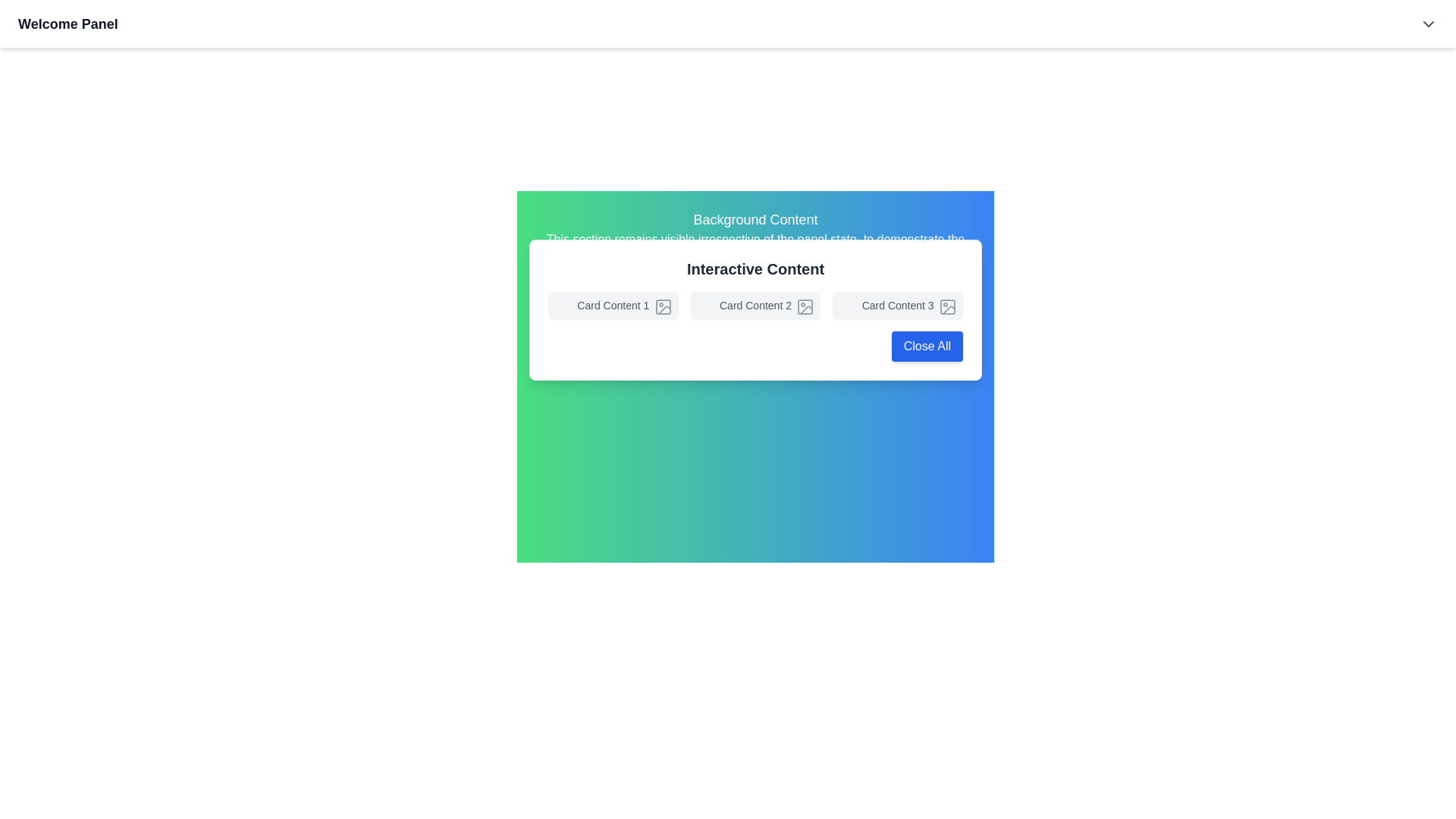 The image size is (1456, 819). Describe the element at coordinates (613, 305) in the screenshot. I see `the first informational card displaying 'Card Content 1' with a light gray background and a picture frame icon located at the upper-right corner` at that location.